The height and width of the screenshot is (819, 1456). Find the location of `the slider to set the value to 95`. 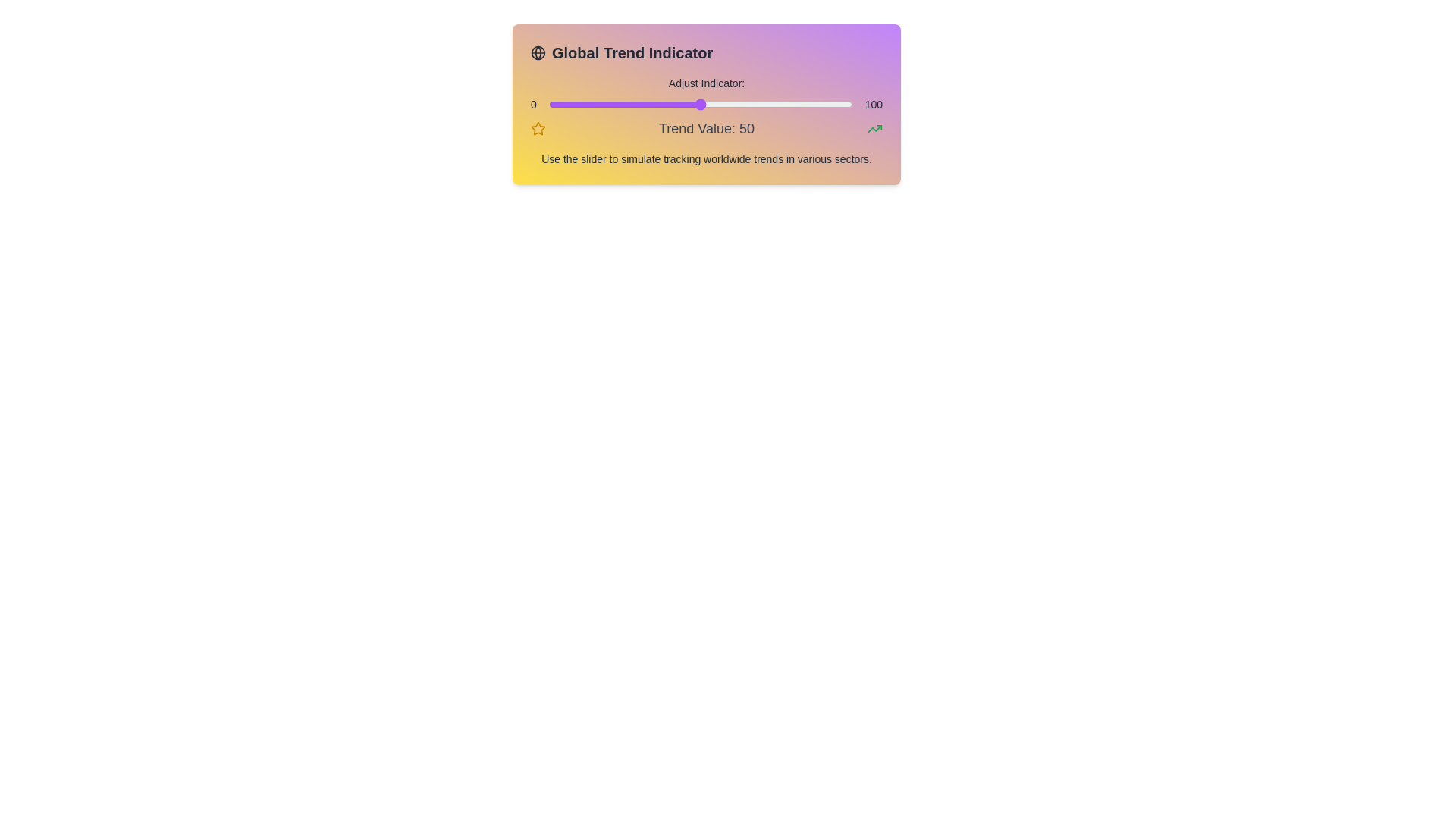

the slider to set the value to 95 is located at coordinates (836, 104).